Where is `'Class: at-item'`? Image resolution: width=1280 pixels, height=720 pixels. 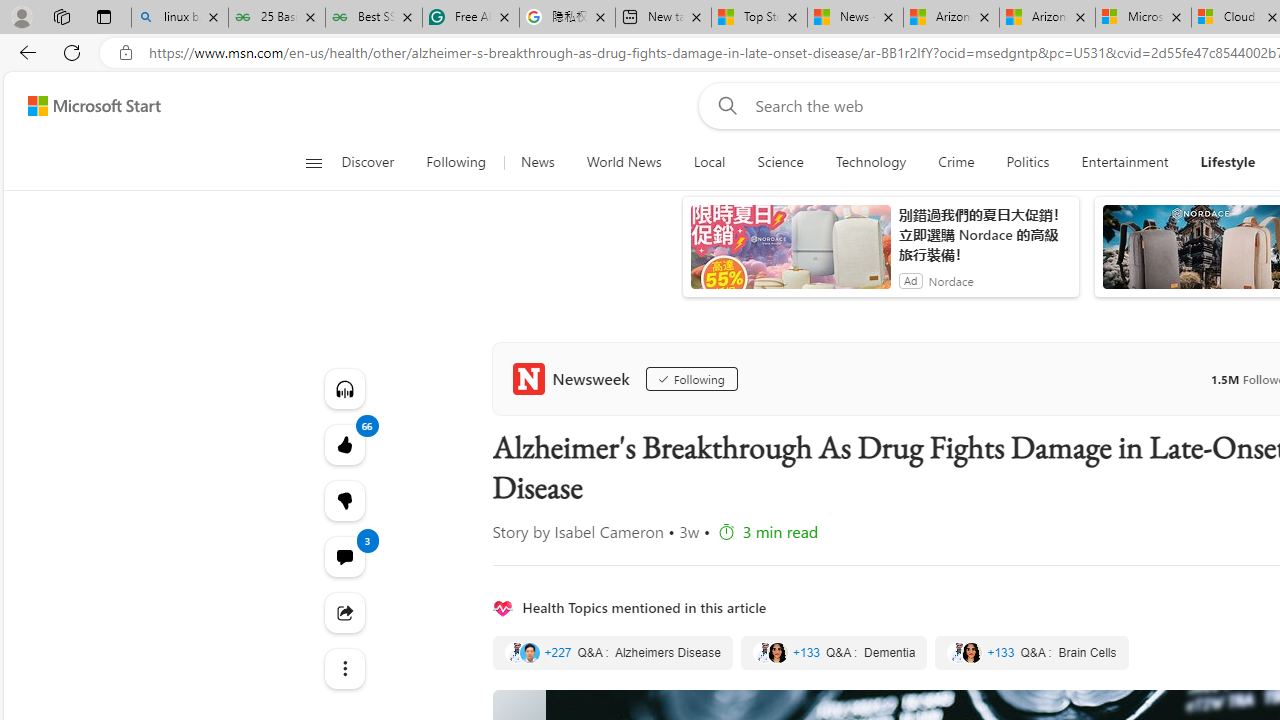
'Class: at-item' is located at coordinates (344, 668).